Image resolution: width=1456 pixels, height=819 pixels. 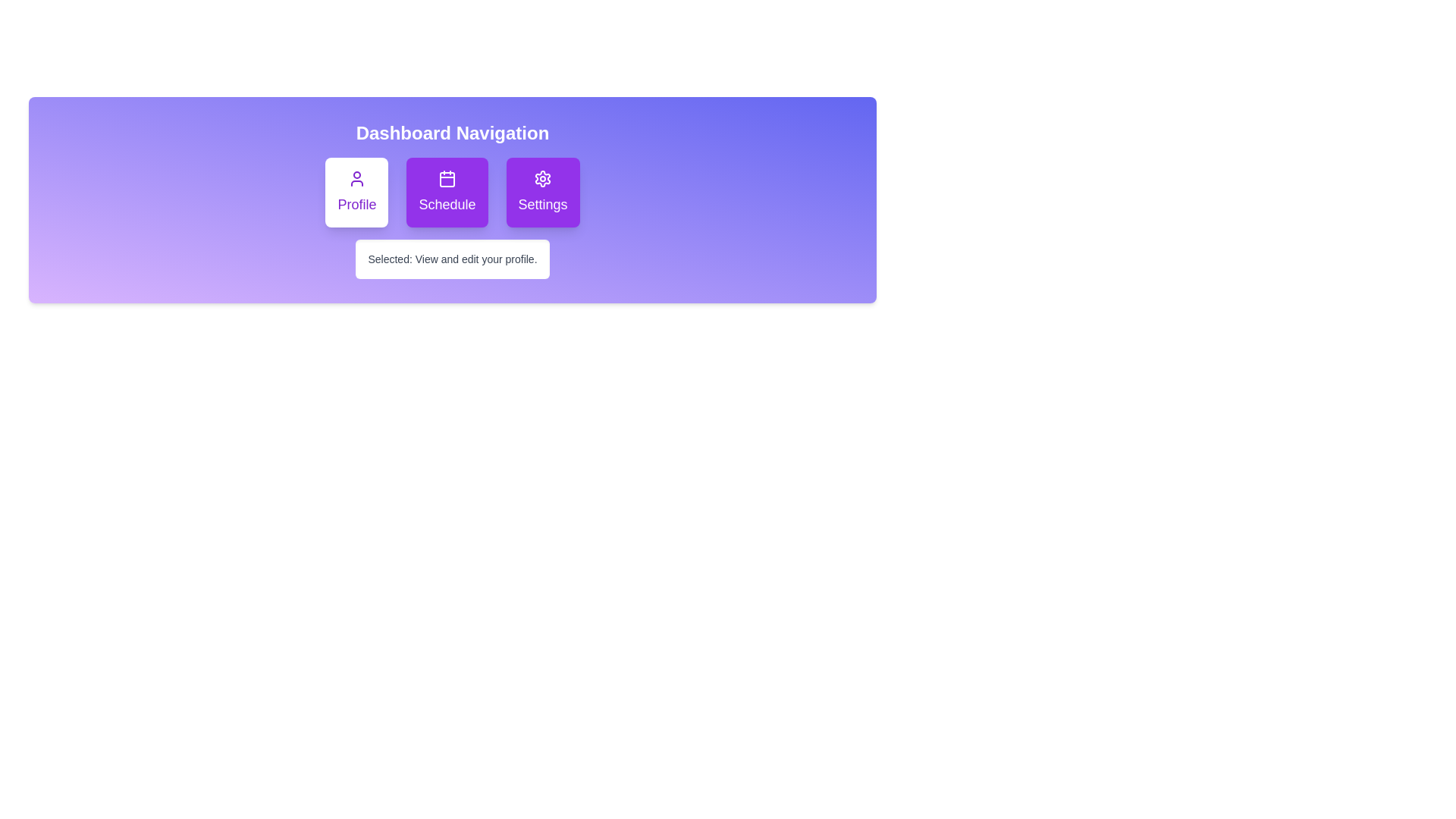 What do you see at coordinates (542, 177) in the screenshot?
I see `the 'Settings' navigation button icon, which is the third option in the dashboard navigation` at bounding box center [542, 177].